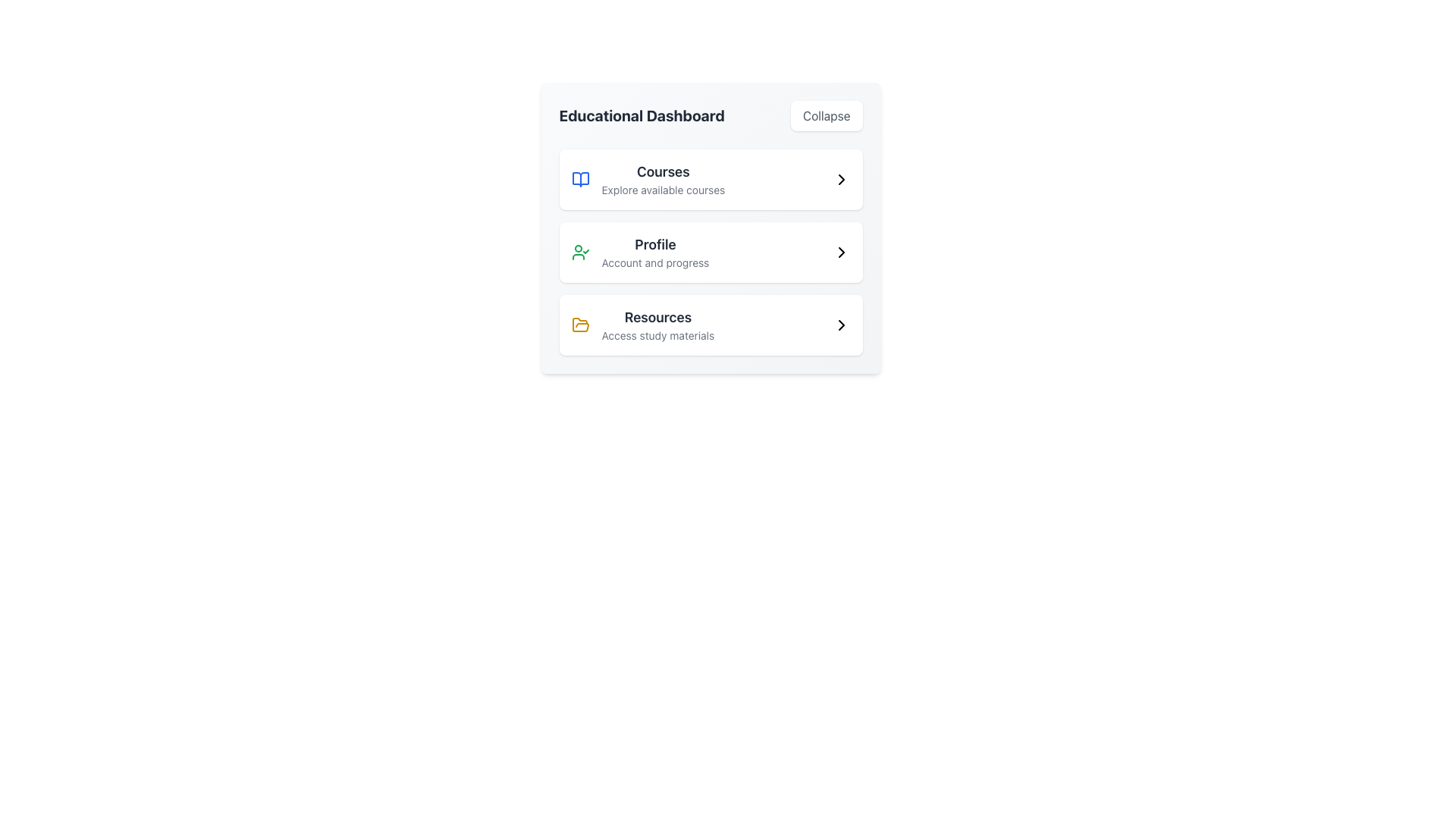 The height and width of the screenshot is (819, 1456). I want to click on the Text label that provides a brief description under the 'Resources' section, which is non-interactive and purely informative, so click(657, 335).